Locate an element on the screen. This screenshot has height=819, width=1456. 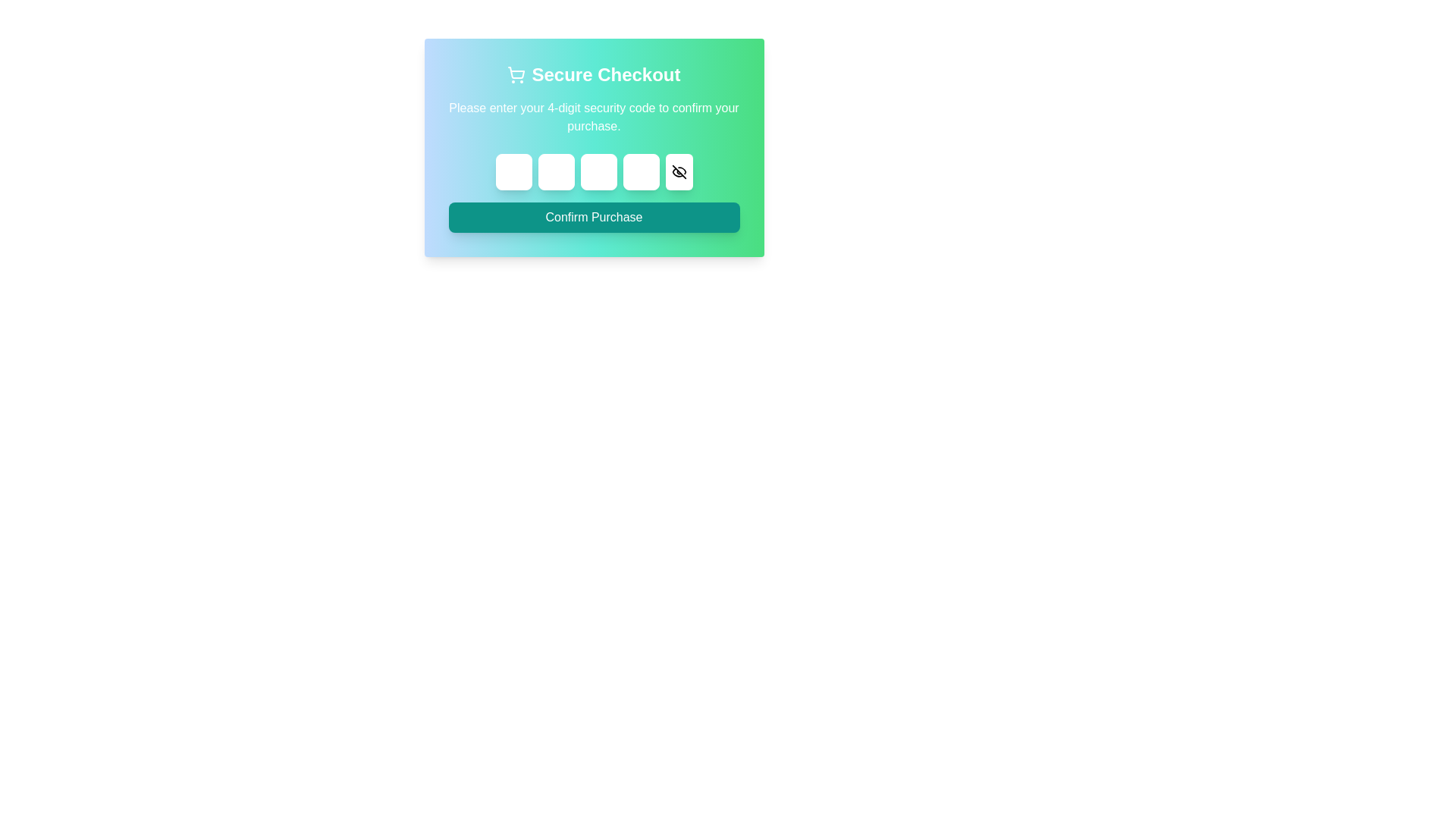
the visibility toggle icon button, which is a small eye icon with a diagonal strike-through line, located centrally within the green checkout card is located at coordinates (678, 171).